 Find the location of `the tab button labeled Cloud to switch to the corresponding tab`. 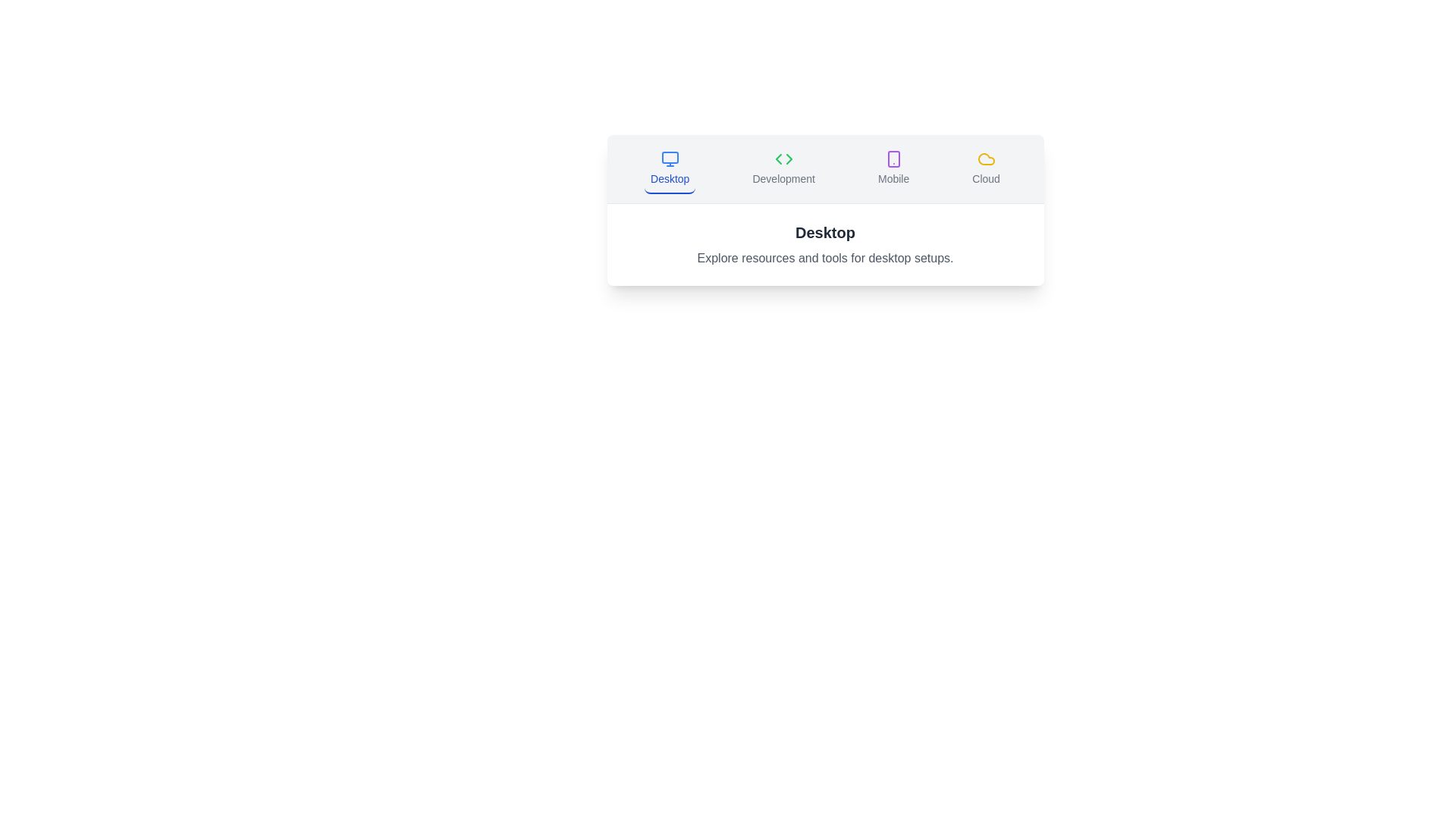

the tab button labeled Cloud to switch to the corresponding tab is located at coordinates (986, 169).